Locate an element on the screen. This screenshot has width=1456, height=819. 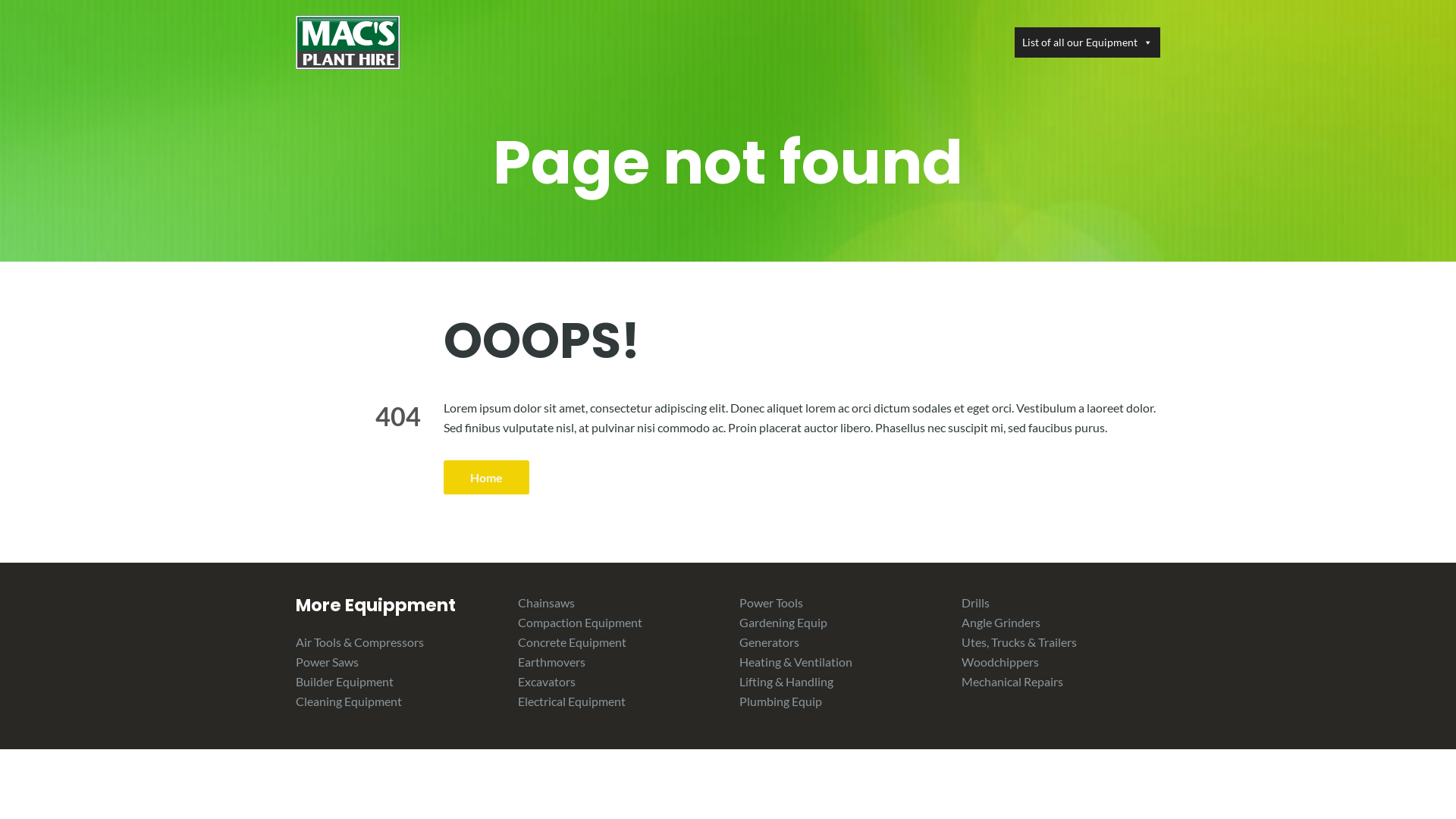
'Drills' is located at coordinates (975, 601).